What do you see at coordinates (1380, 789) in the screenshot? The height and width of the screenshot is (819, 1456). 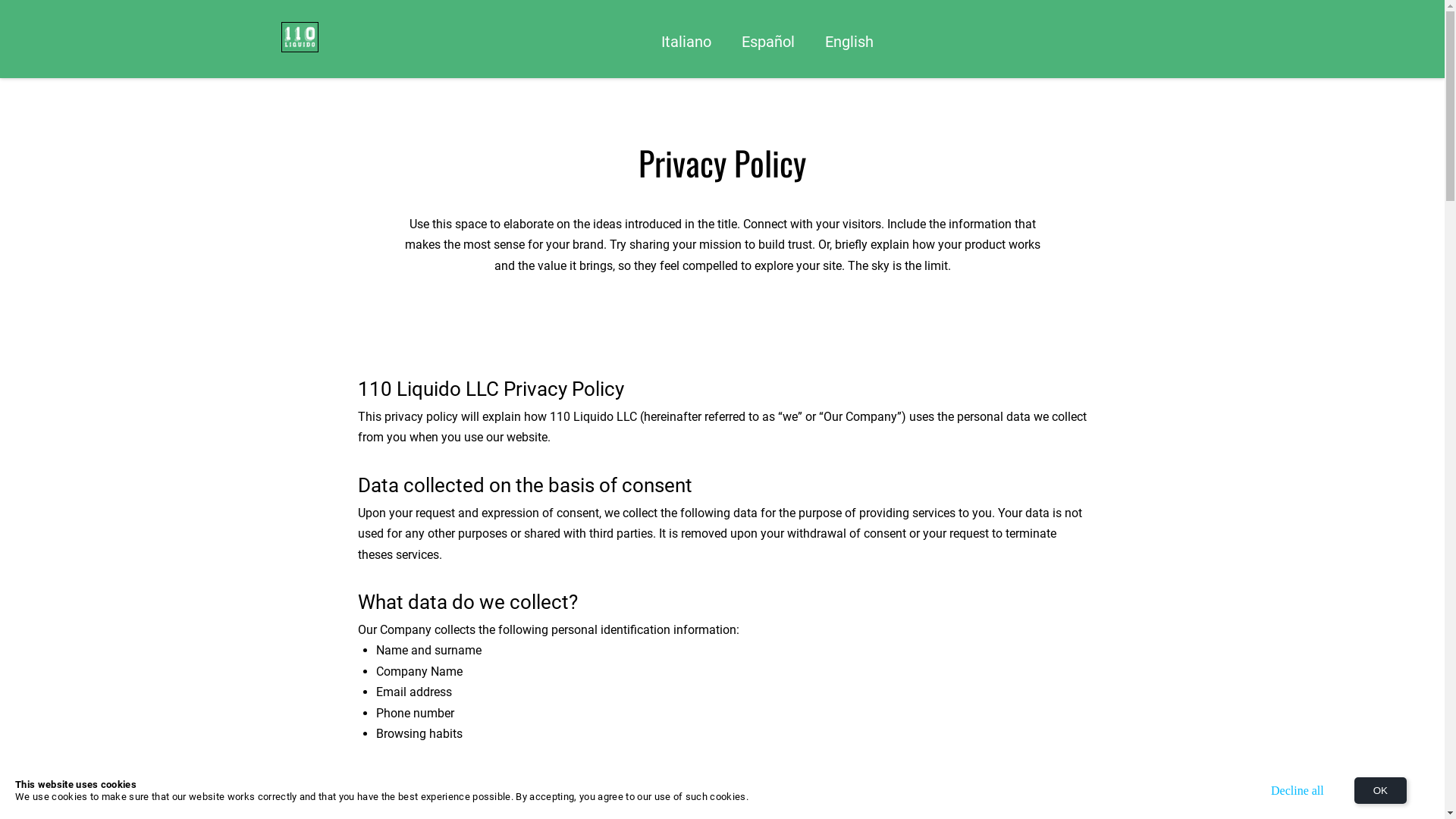 I see `'OK'` at bounding box center [1380, 789].